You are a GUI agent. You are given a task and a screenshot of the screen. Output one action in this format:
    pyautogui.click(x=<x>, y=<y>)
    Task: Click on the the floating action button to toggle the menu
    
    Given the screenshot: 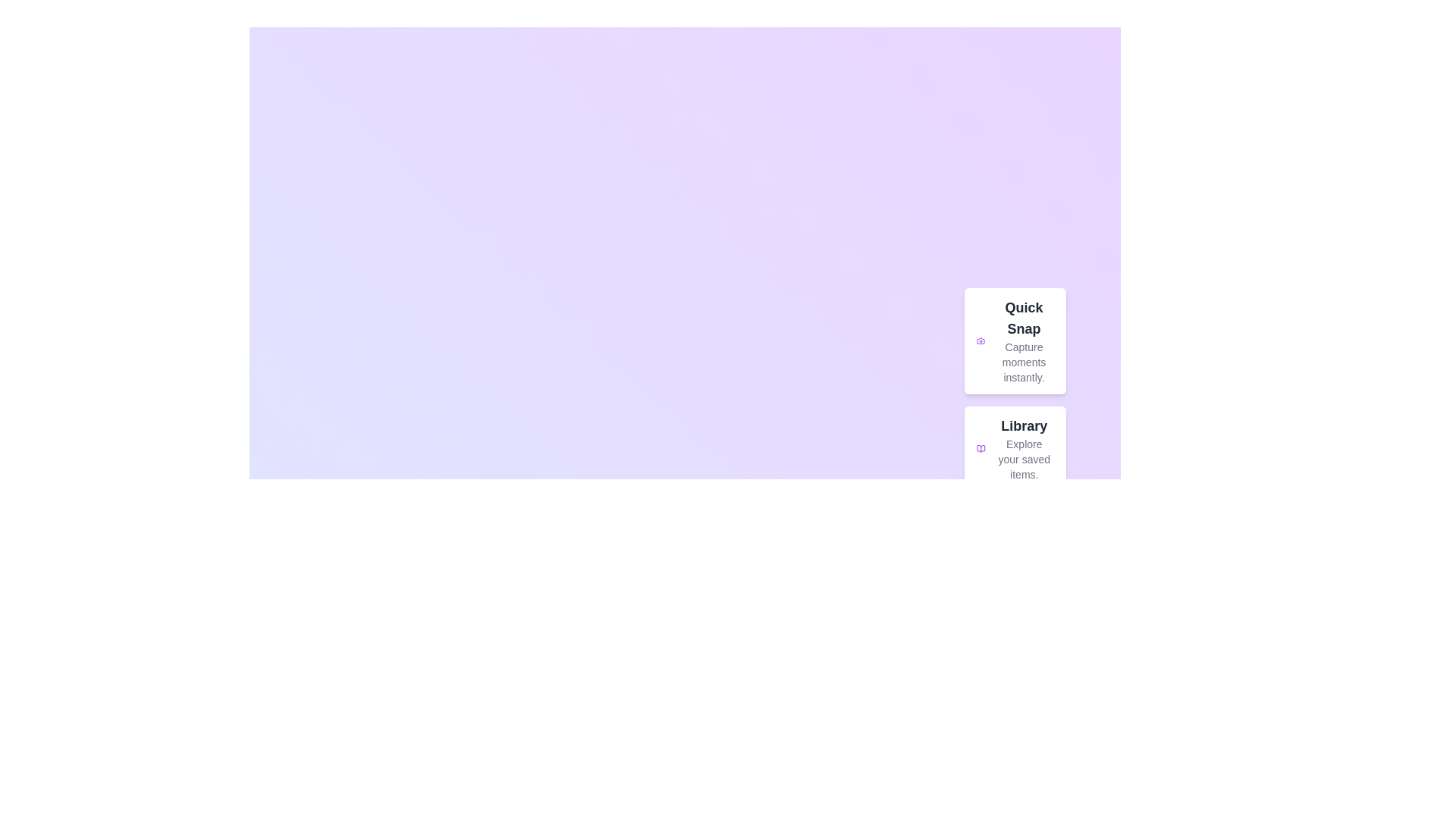 What is the action you would take?
    pyautogui.click(x=1066, y=792)
    